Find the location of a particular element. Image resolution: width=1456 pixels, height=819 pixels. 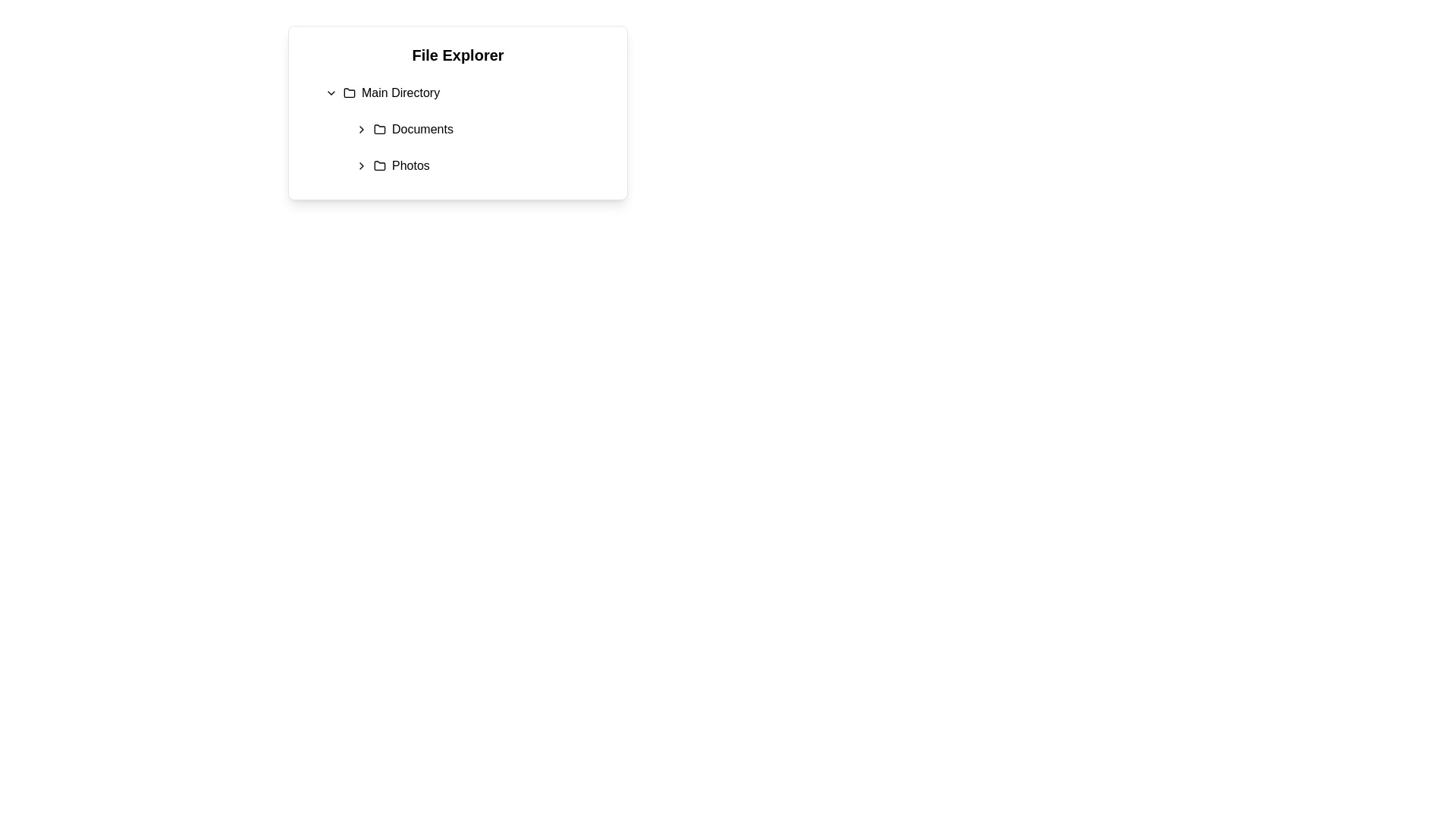

the Directory Label representing the main directory is located at coordinates (391, 93).